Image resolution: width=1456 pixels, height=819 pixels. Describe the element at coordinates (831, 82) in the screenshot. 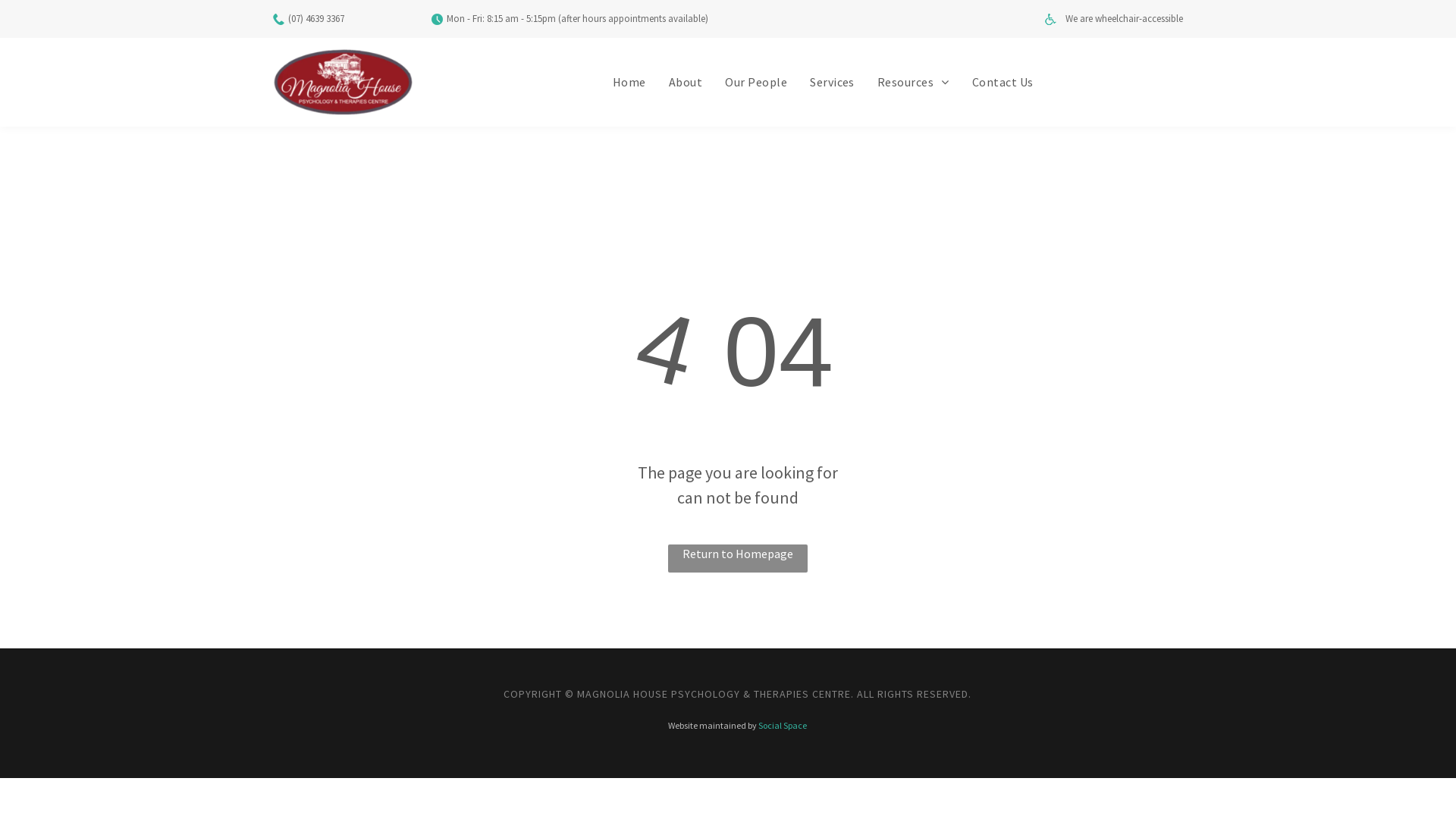

I see `'Services'` at that location.